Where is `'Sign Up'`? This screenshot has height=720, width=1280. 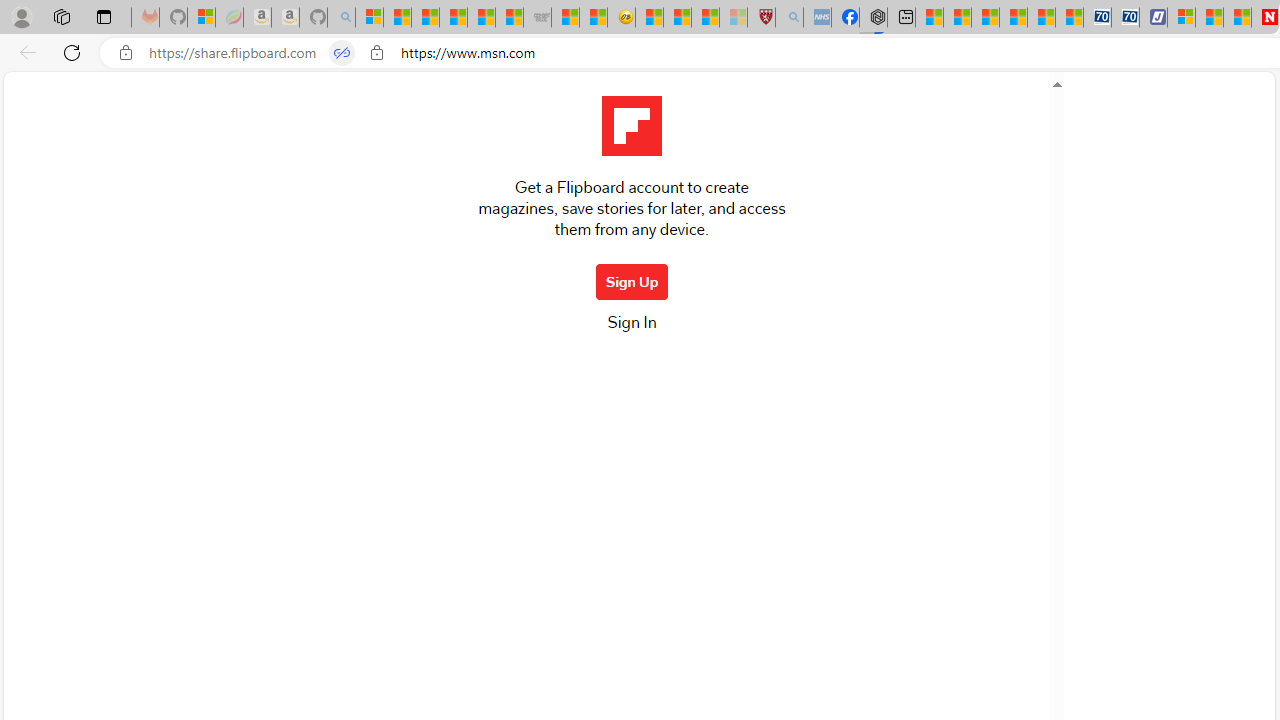 'Sign Up' is located at coordinates (631, 282).